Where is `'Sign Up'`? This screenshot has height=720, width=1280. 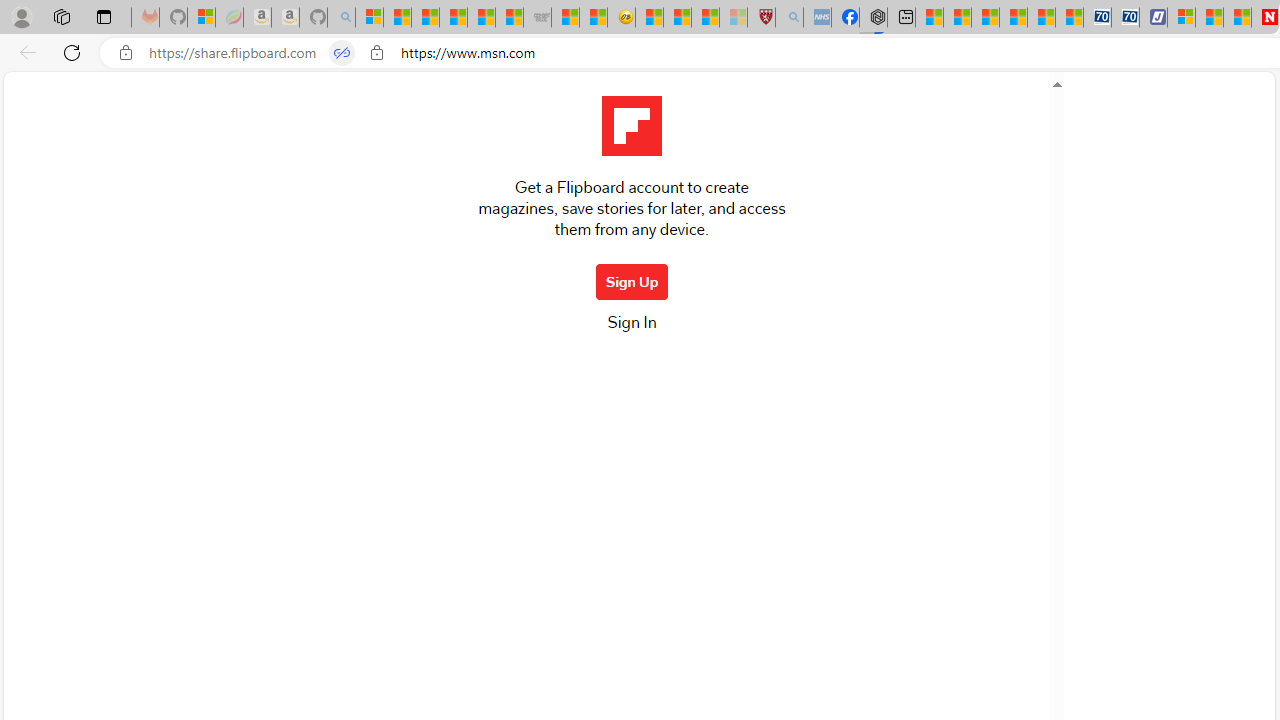 'Sign Up' is located at coordinates (631, 282).